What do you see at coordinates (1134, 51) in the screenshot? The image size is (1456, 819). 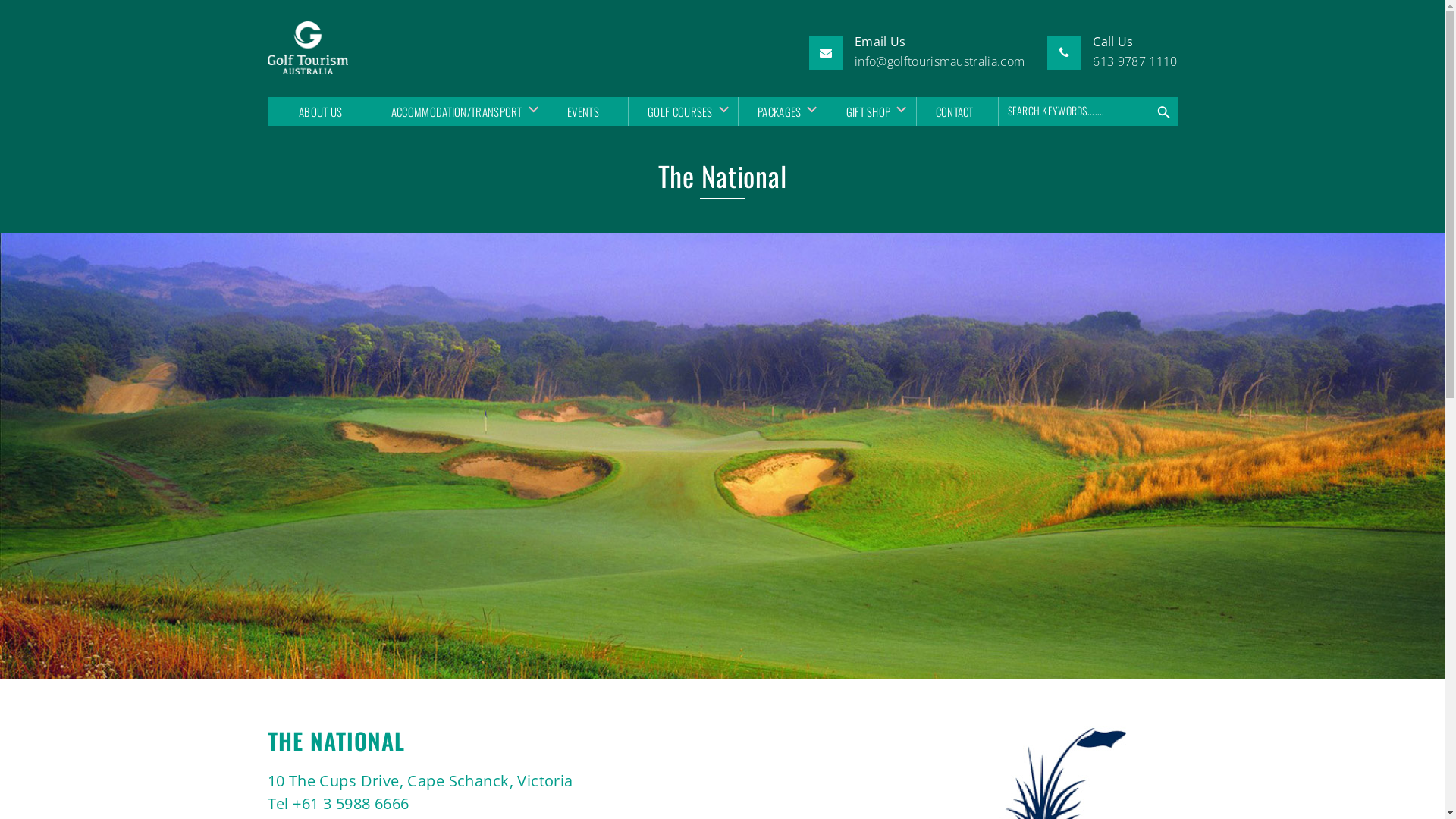 I see `'Call Us` at bounding box center [1134, 51].